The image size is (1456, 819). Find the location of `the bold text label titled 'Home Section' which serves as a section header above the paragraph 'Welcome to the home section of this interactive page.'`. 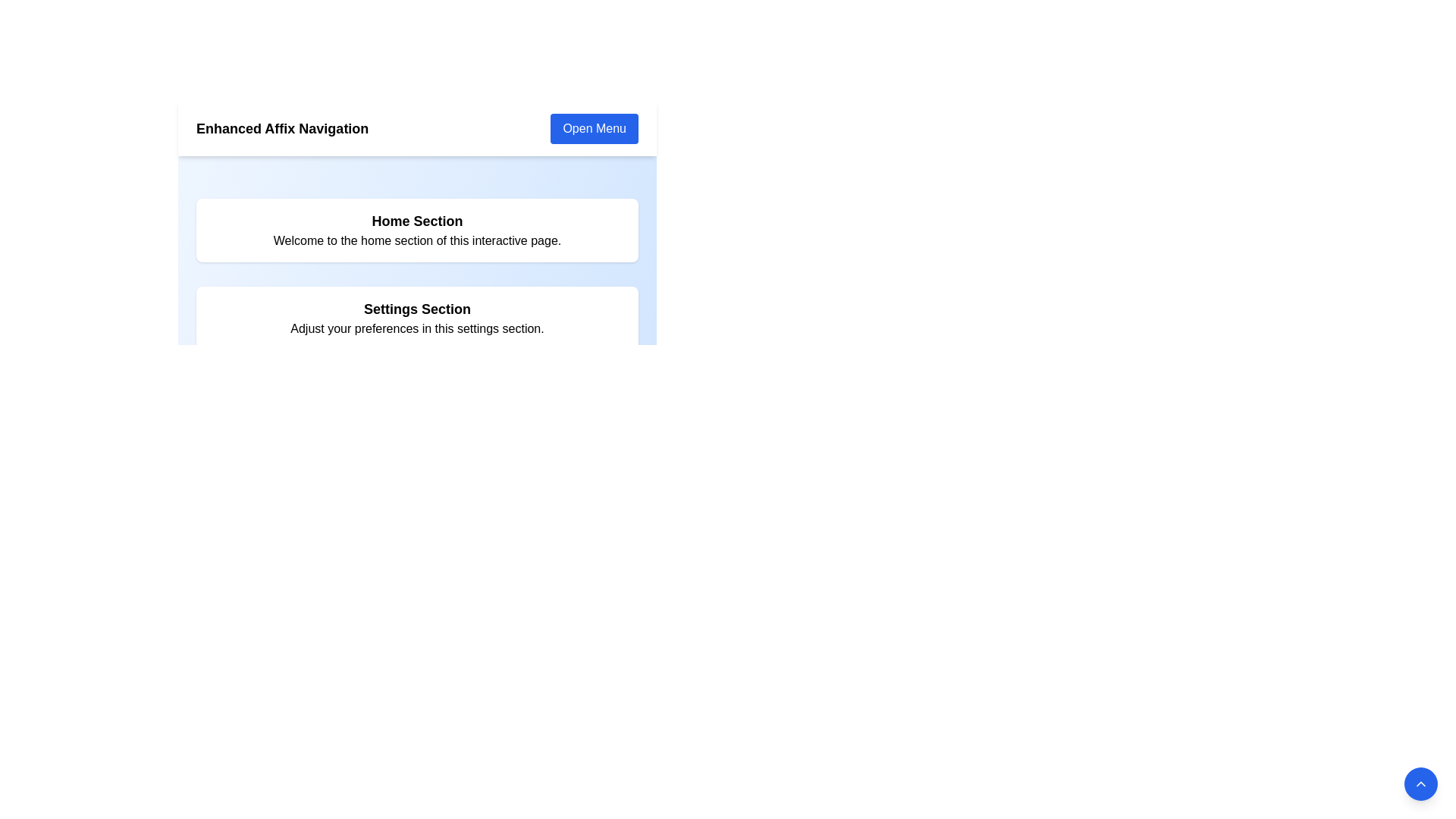

the bold text label titled 'Home Section' which serves as a section header above the paragraph 'Welcome to the home section of this interactive page.' is located at coordinates (417, 214).